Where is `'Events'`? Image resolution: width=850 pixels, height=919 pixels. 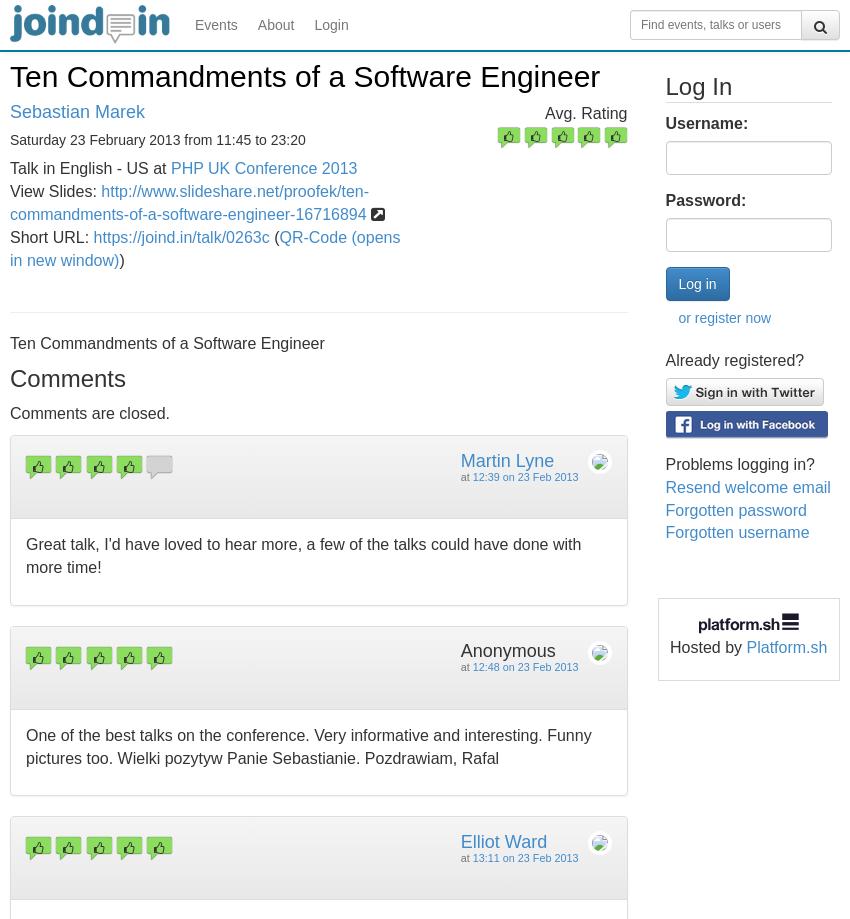
'Events' is located at coordinates (215, 24).